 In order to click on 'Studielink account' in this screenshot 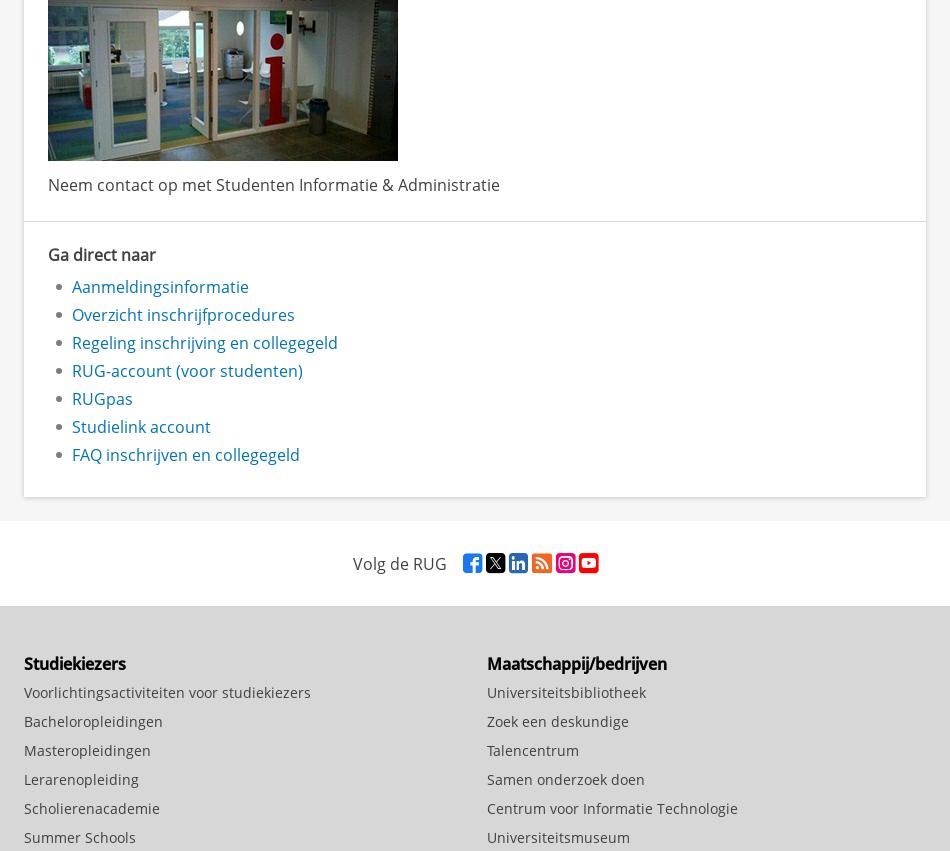, I will do `click(141, 426)`.